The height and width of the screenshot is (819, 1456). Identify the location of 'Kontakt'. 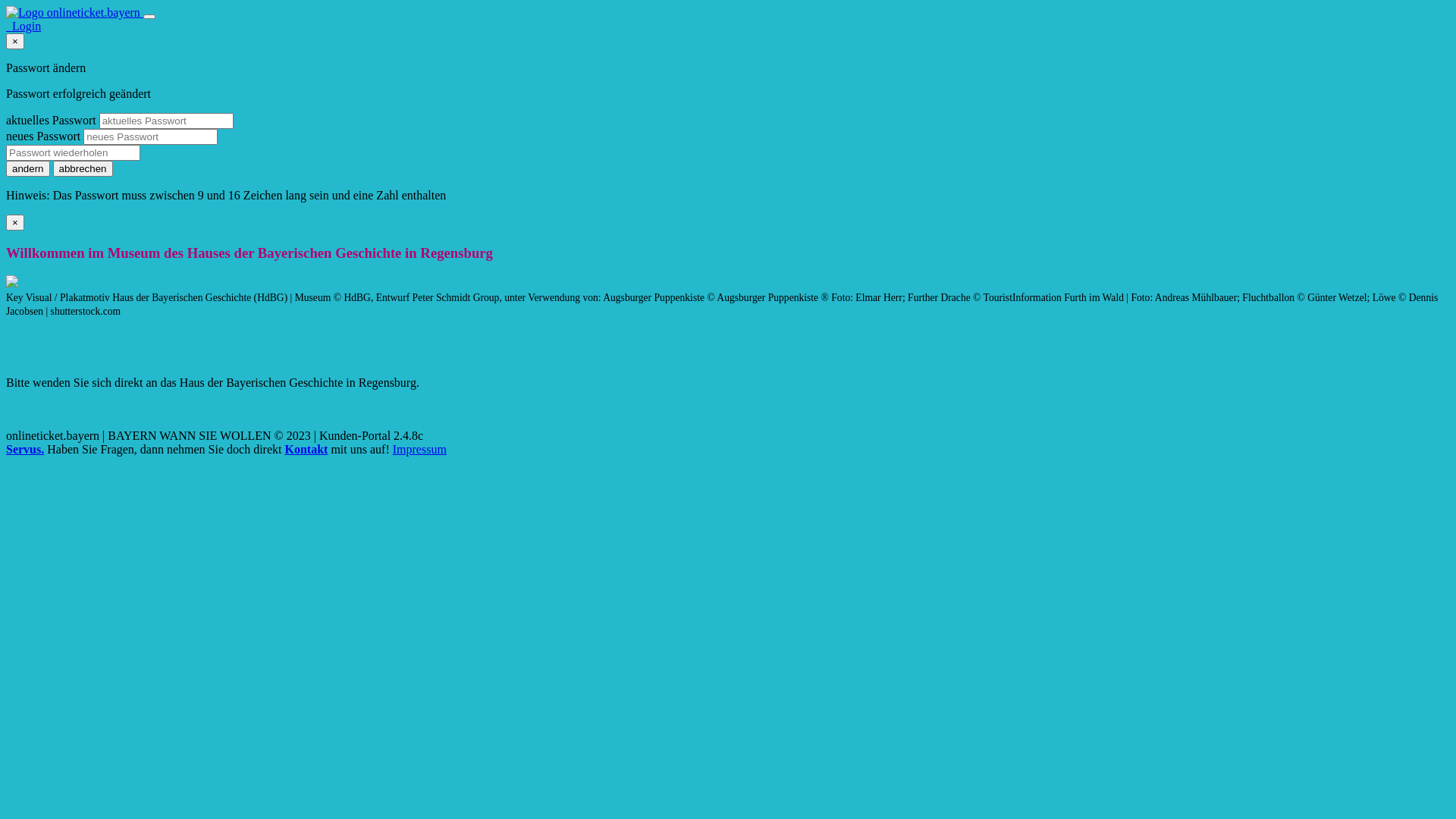
(284, 448).